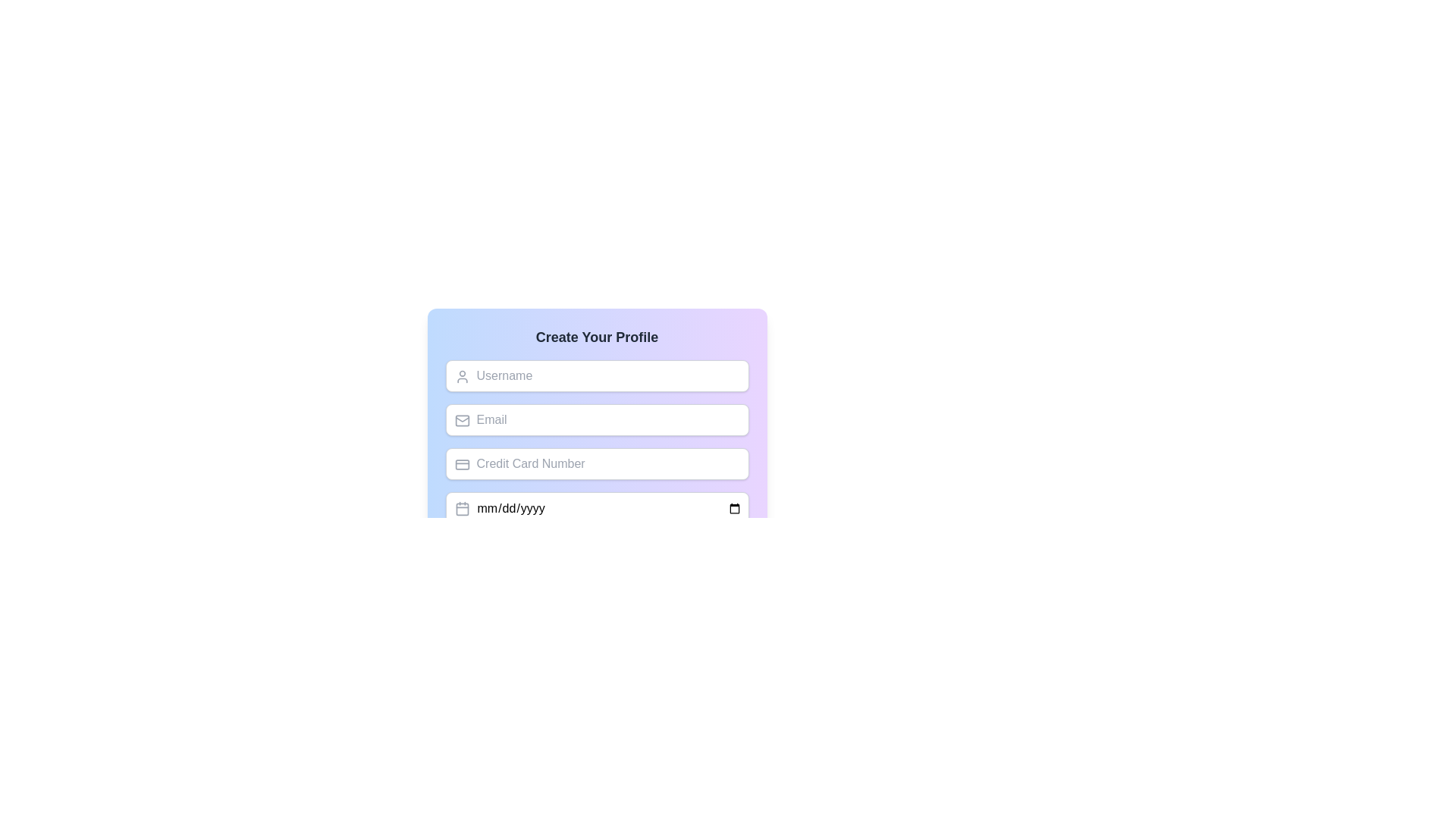 The width and height of the screenshot is (1456, 819). Describe the element at coordinates (461, 421) in the screenshot. I see `the decorative rectangular background of the email icon located to the left of the 'Email' input field in the profile creation form` at that location.